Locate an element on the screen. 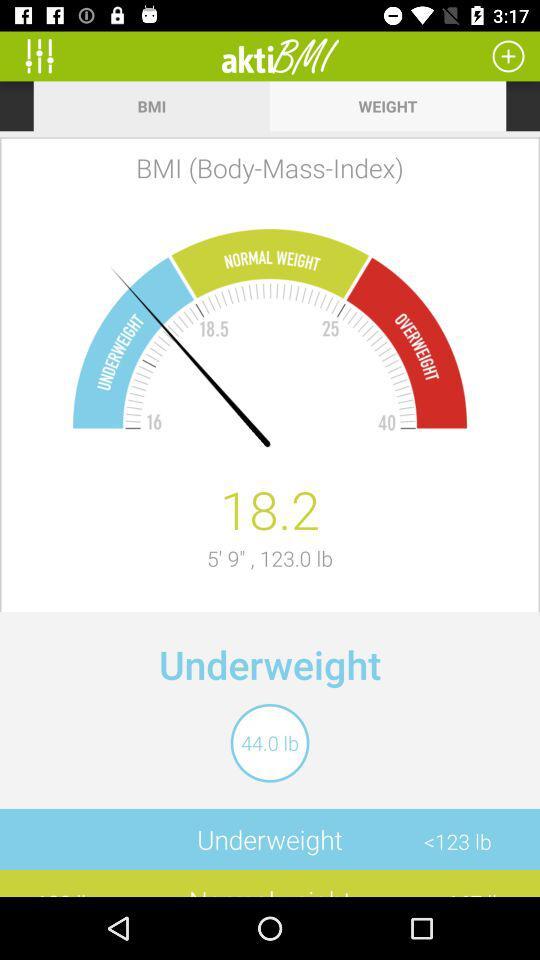  open settings is located at coordinates (46, 55).